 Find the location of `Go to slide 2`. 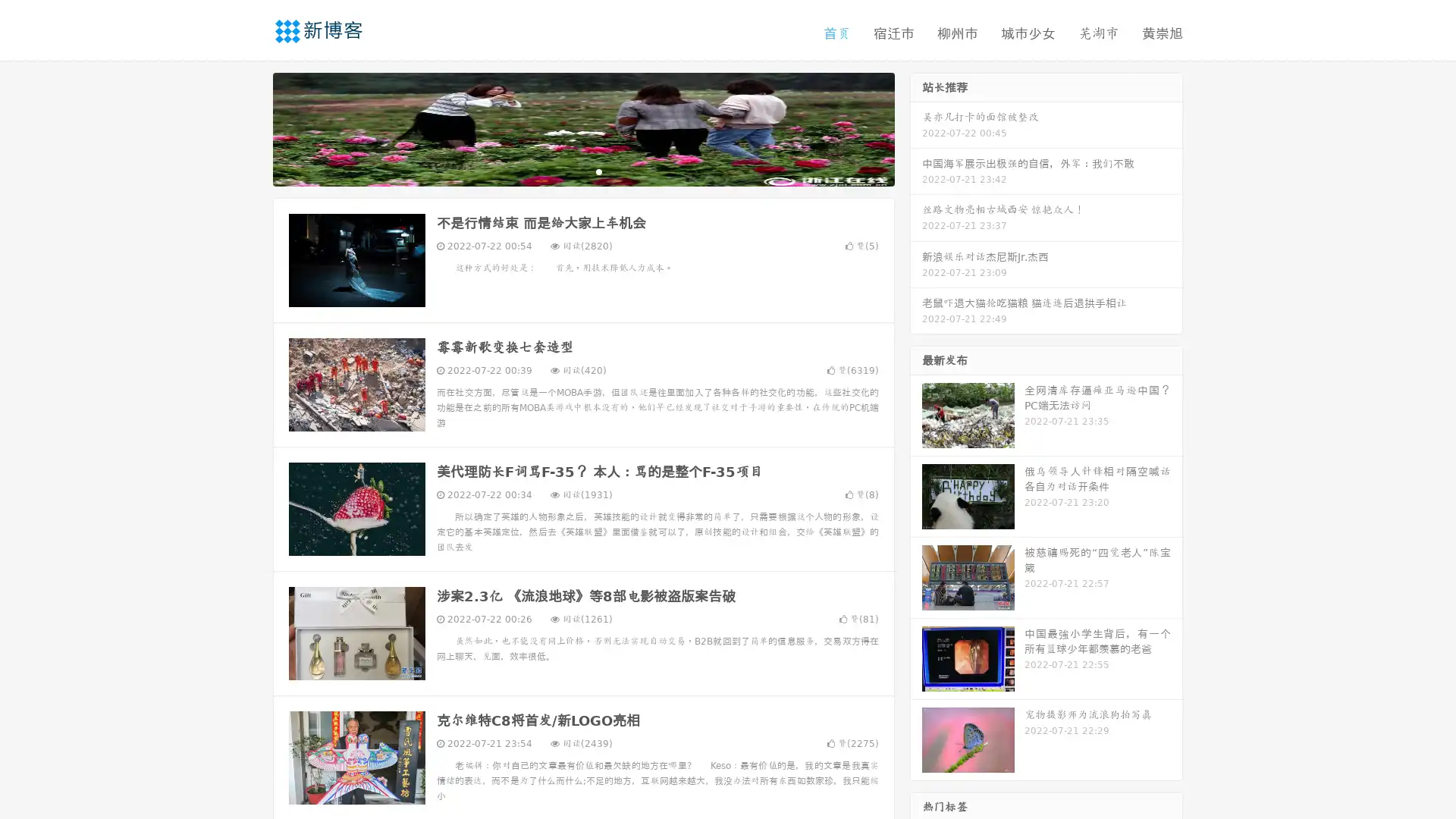

Go to slide 2 is located at coordinates (582, 171).